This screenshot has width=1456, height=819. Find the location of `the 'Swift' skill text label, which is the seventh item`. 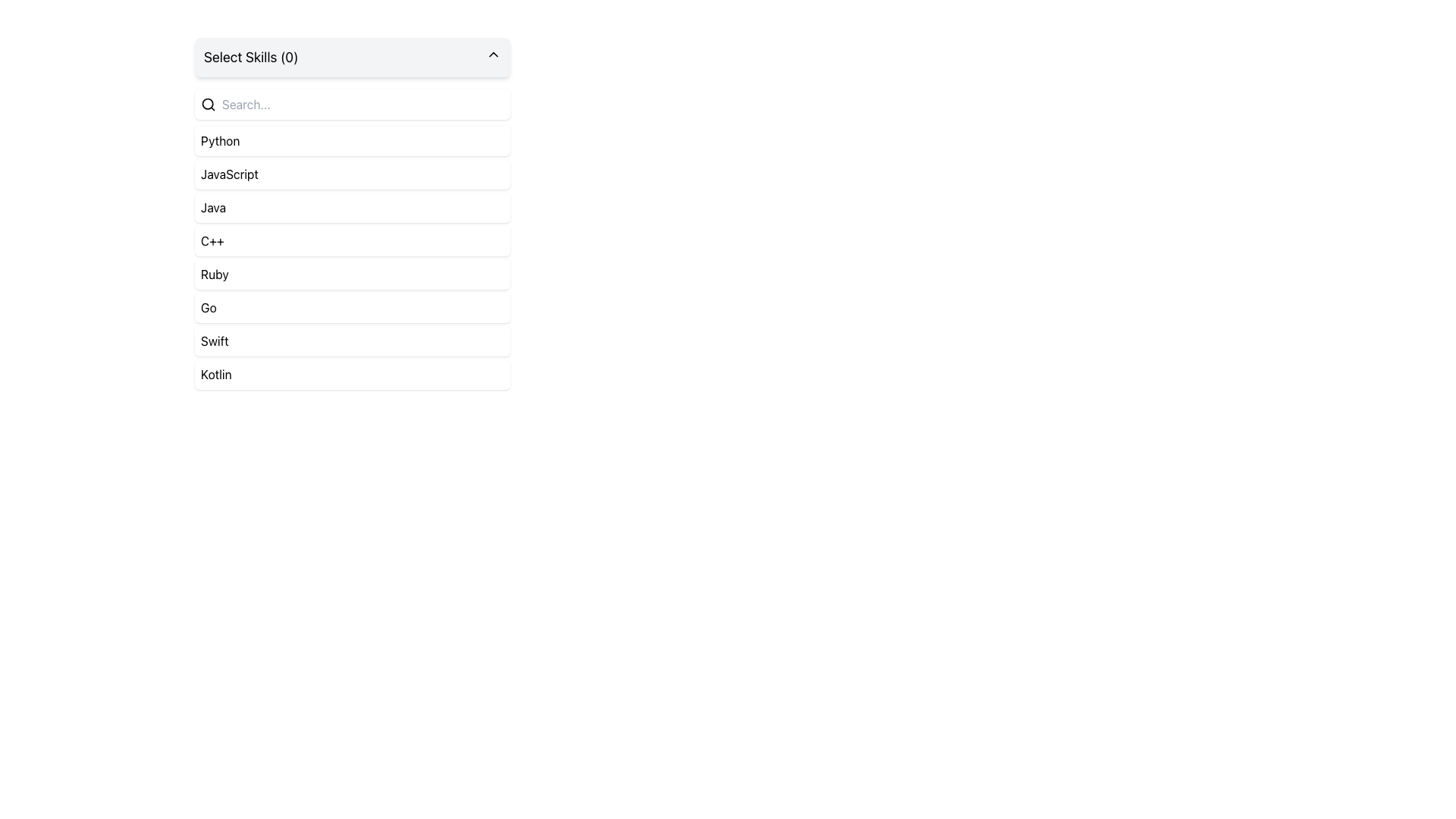

the 'Swift' skill text label, which is the seventh item is located at coordinates (214, 341).